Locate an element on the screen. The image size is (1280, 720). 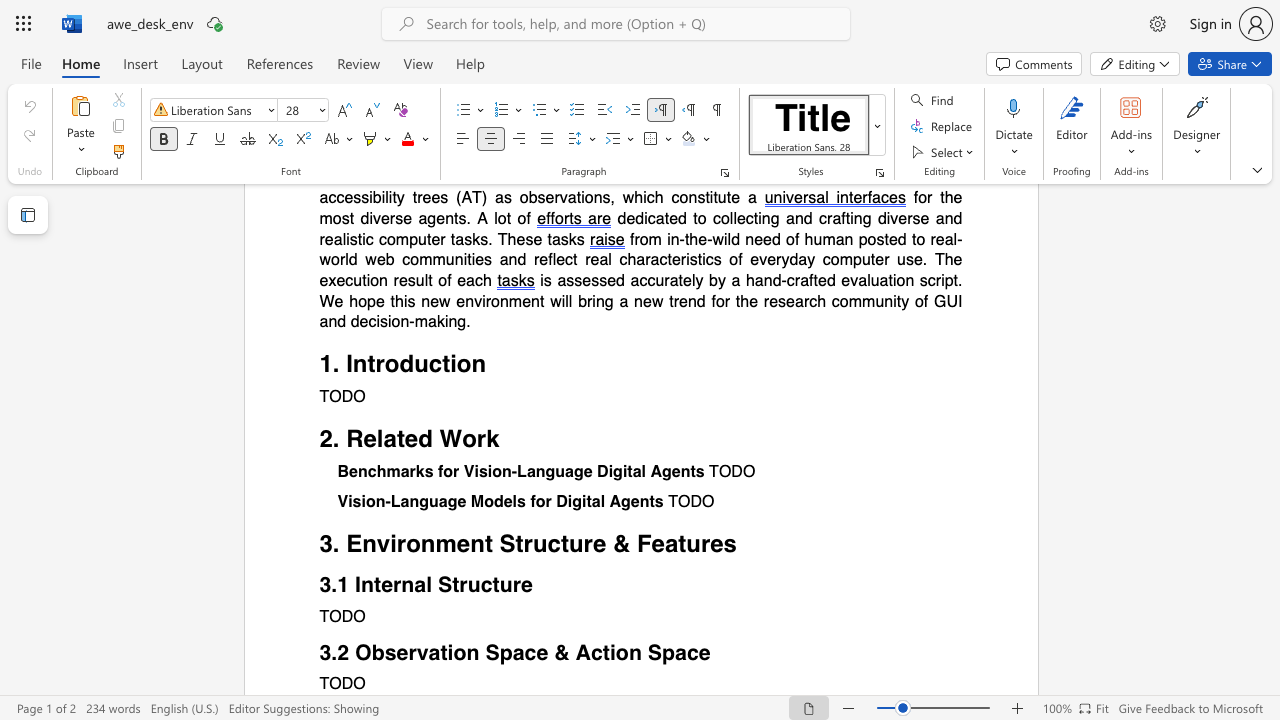
the subset text "Space" within the text "3.2 Observation Space & Action Space" is located at coordinates (647, 652).